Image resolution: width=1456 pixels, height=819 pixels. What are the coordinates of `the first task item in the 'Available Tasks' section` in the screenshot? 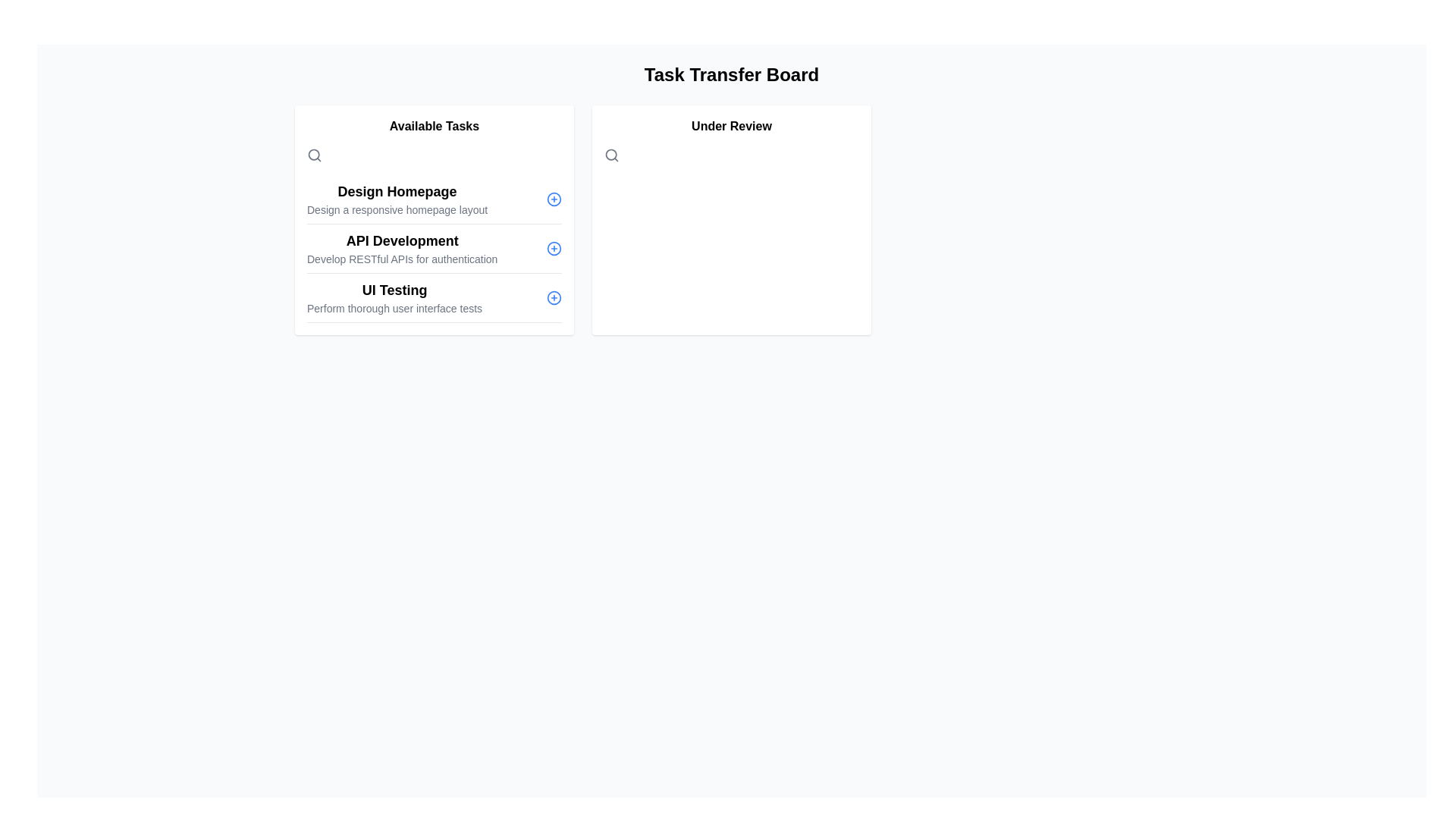 It's located at (397, 198).